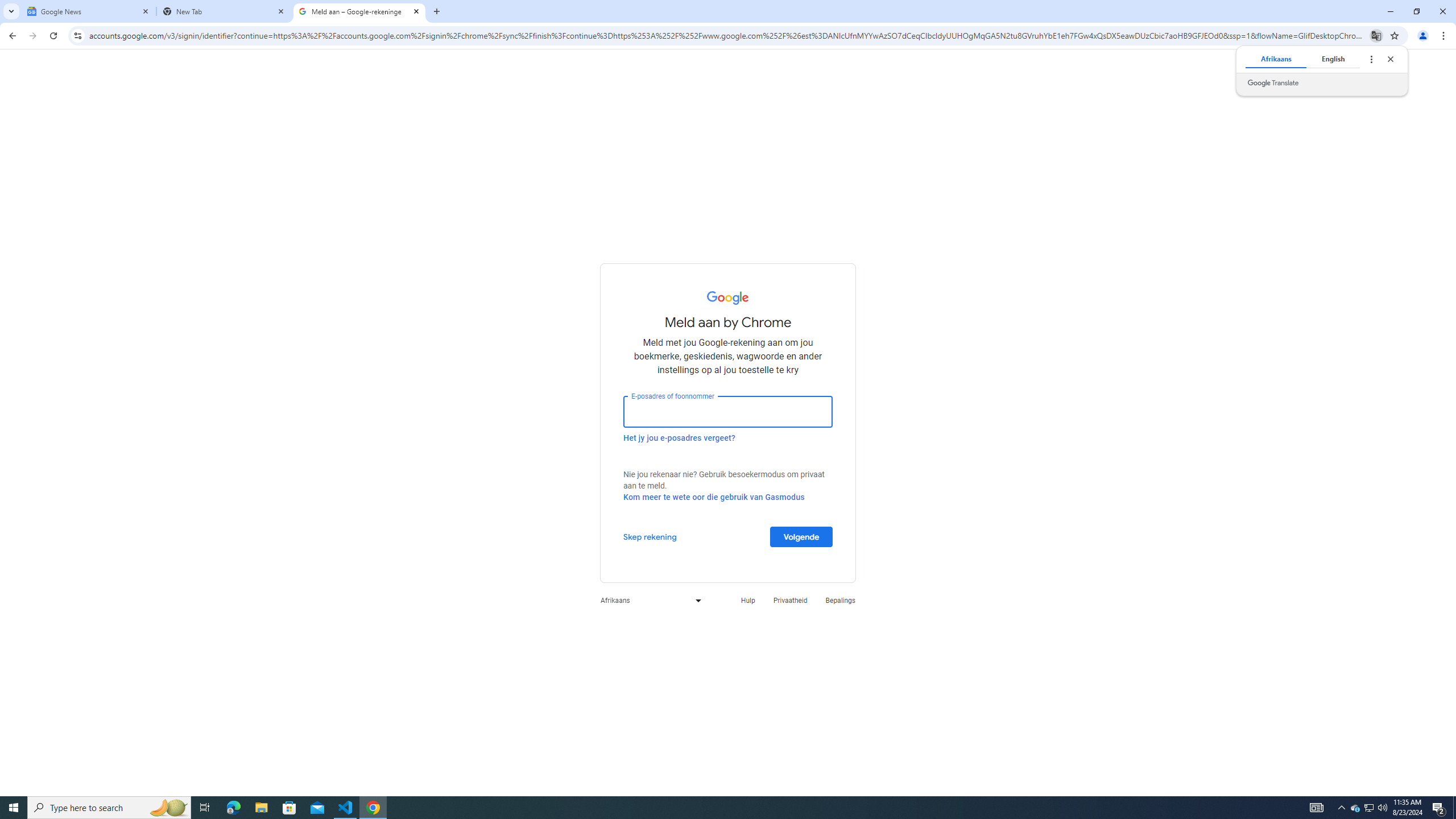 This screenshot has width=1456, height=819. I want to click on 'Google News', so click(88, 11).